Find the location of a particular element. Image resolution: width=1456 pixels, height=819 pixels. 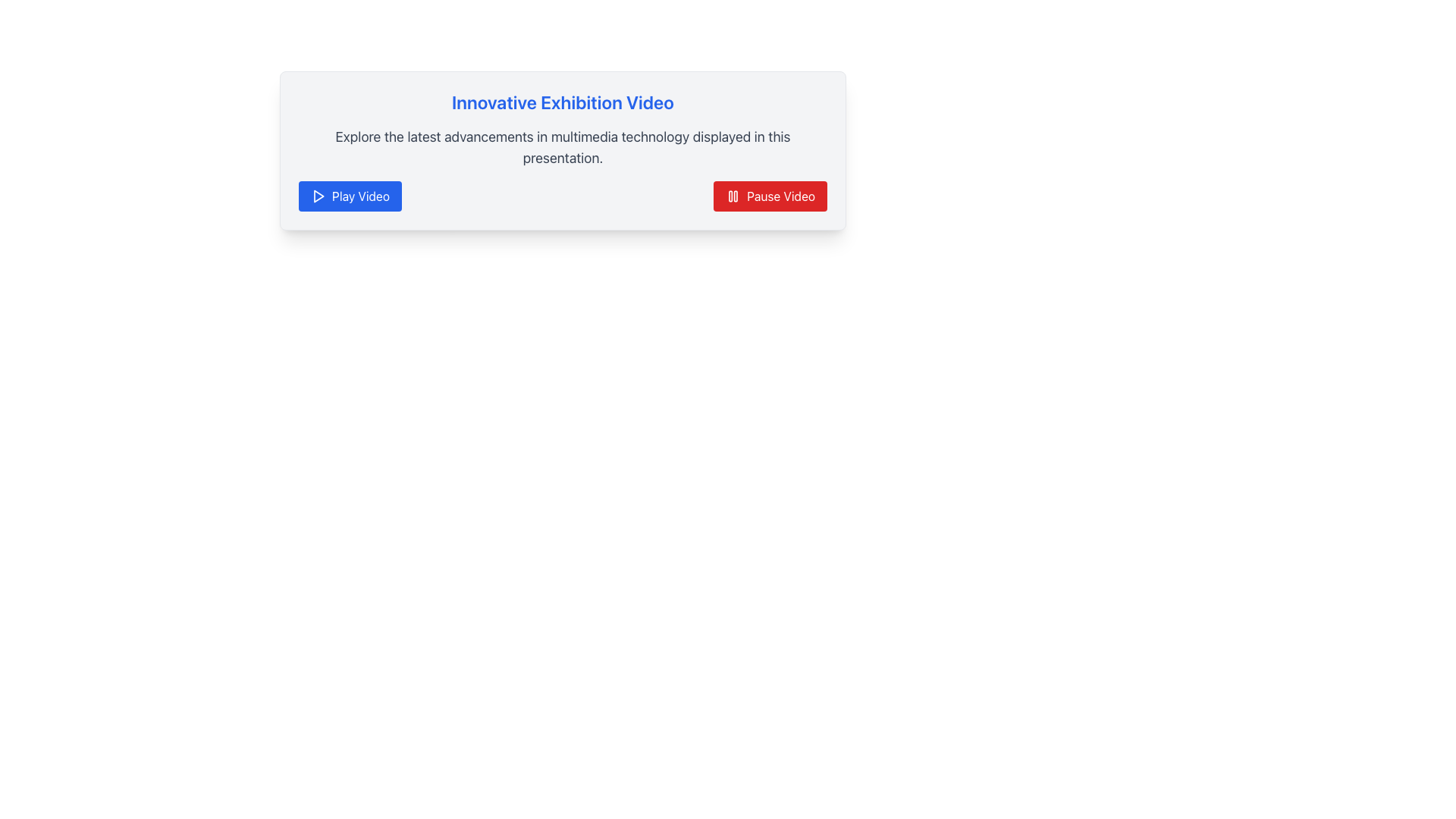

the left rectangular bar of the pause icon, which is located at the bottom-right corner of the card is located at coordinates (730, 195).